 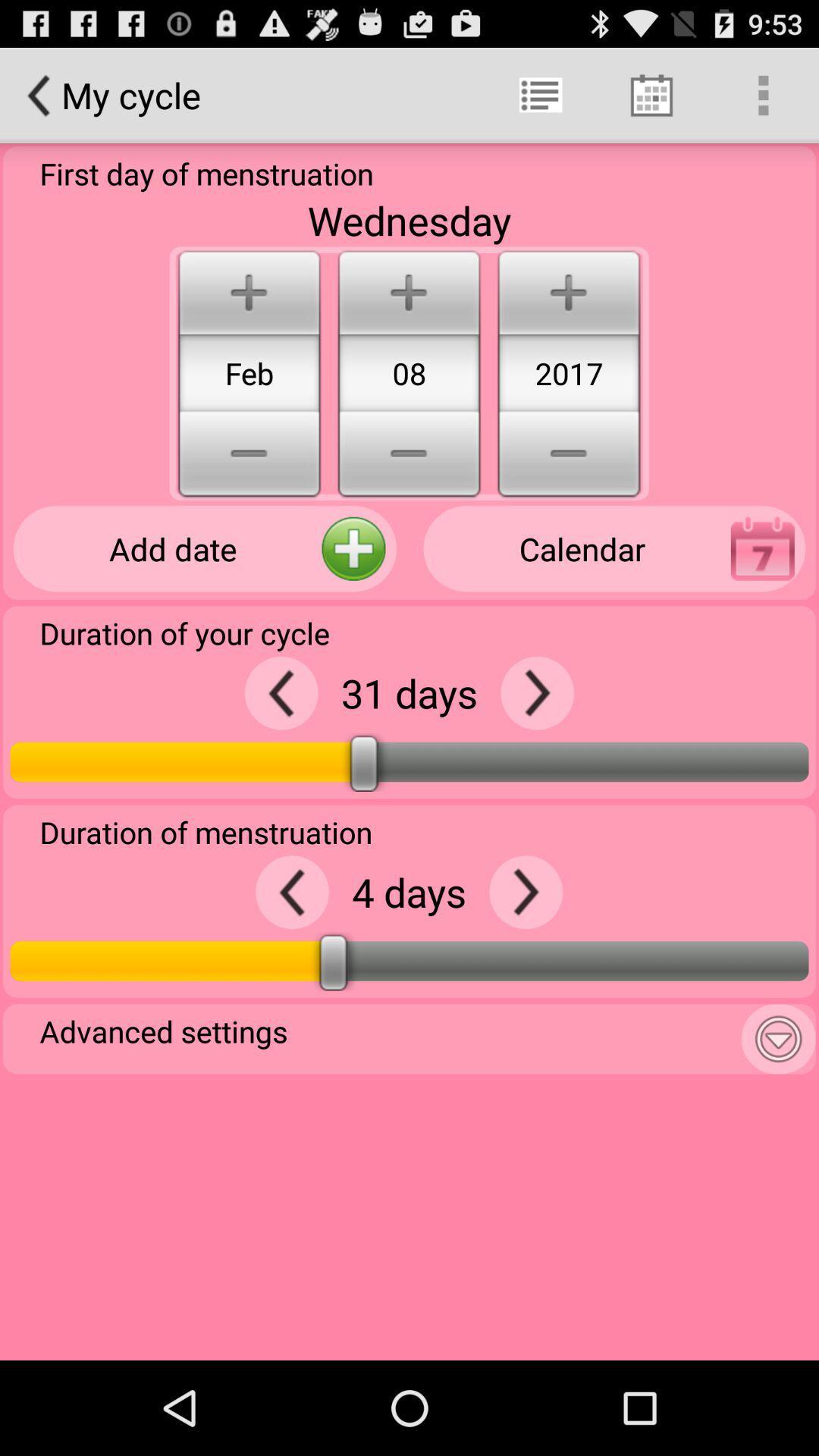 I want to click on decrease number, so click(x=292, y=892).